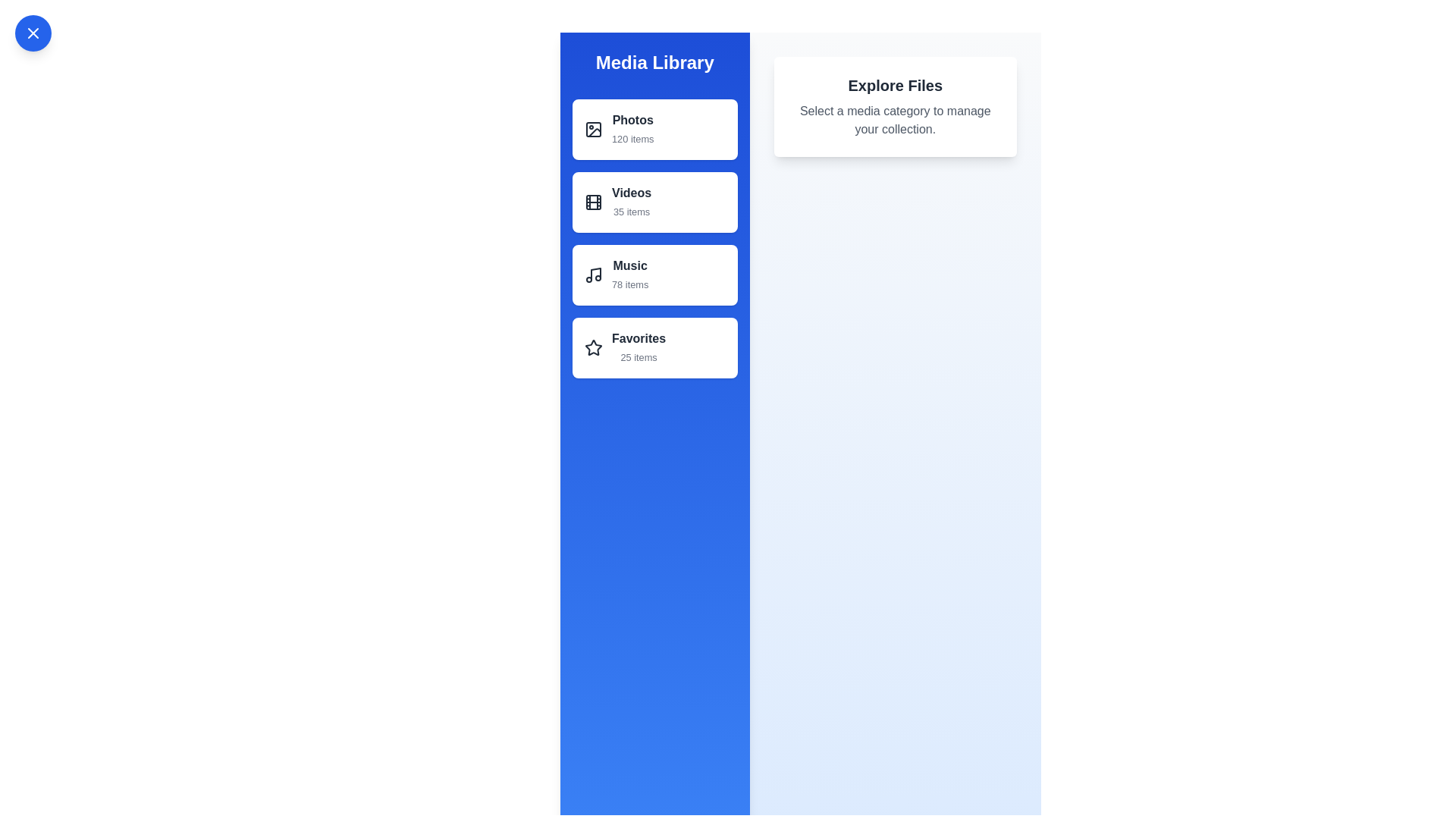  I want to click on the list item Photos to observe its hover state, so click(654, 128).